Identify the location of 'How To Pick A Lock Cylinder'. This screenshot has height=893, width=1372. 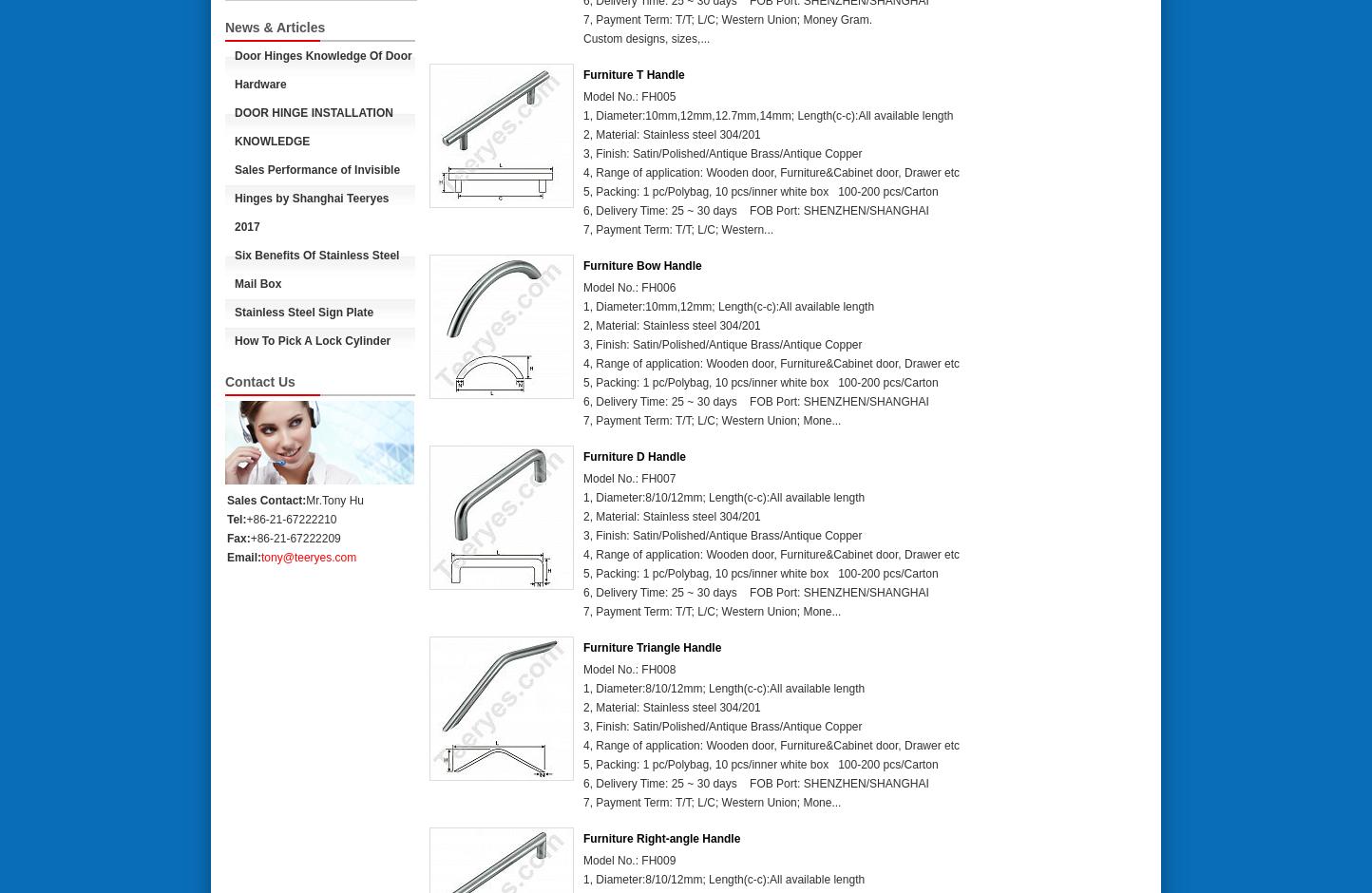
(311, 339).